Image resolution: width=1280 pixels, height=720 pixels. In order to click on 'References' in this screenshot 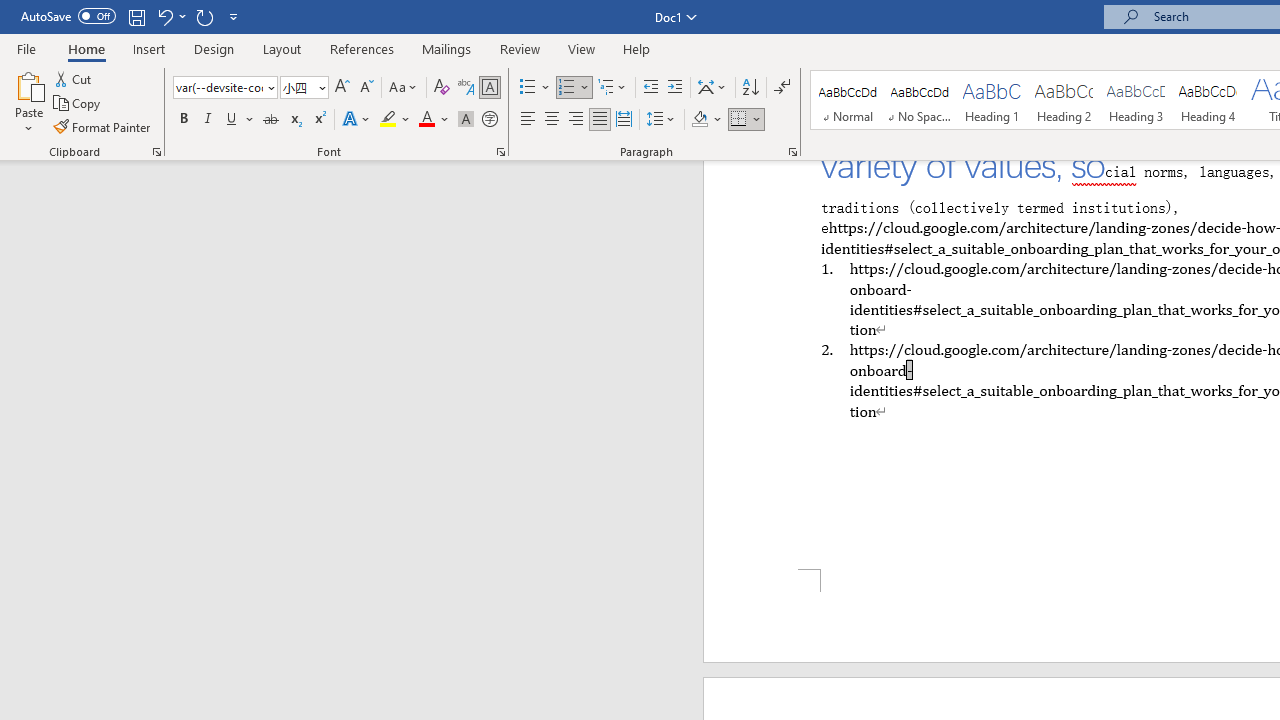, I will do `click(362, 48)`.